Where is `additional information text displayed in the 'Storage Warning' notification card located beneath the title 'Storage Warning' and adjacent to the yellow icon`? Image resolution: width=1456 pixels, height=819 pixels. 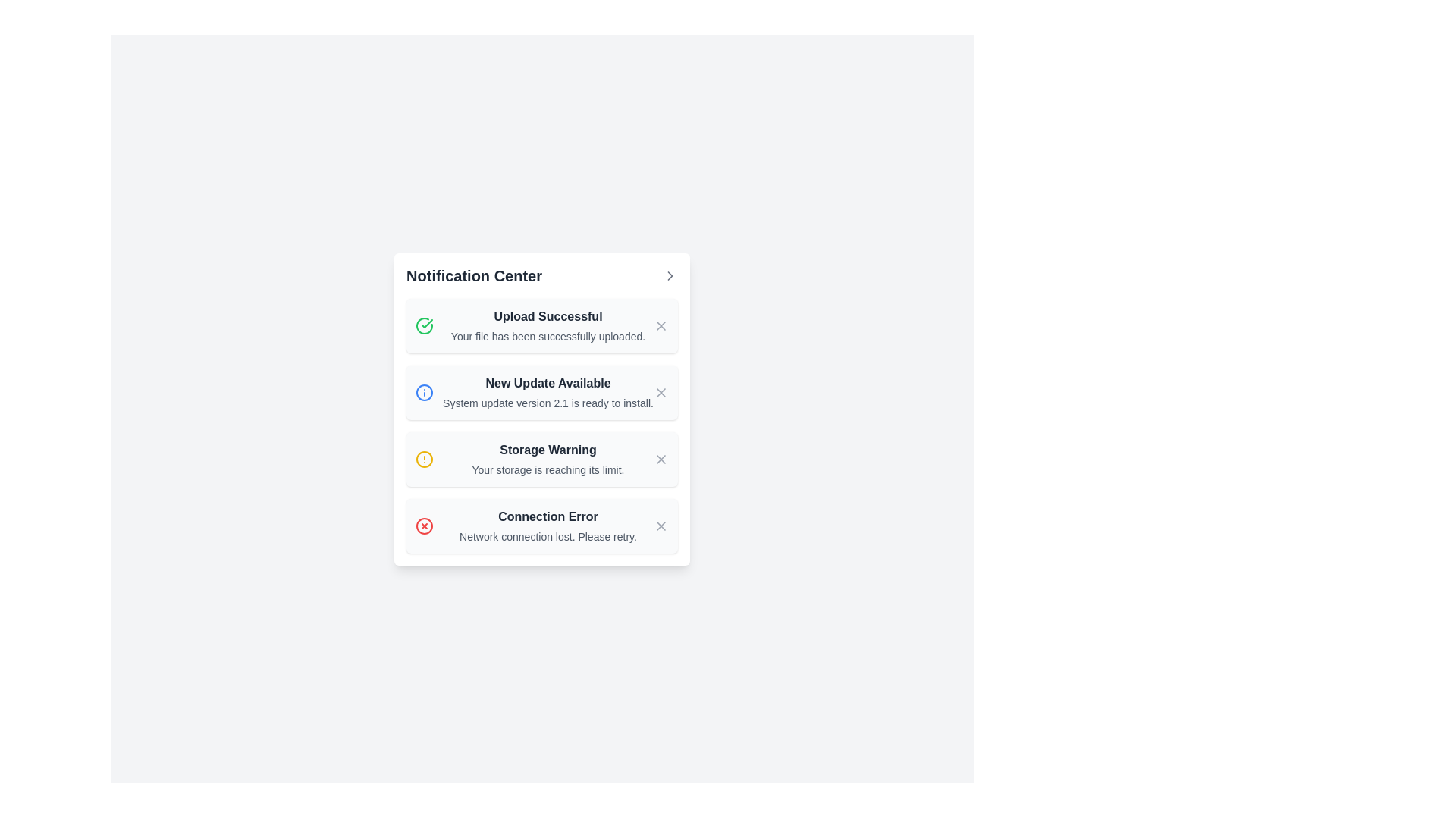
additional information text displayed in the 'Storage Warning' notification card located beneath the title 'Storage Warning' and adjacent to the yellow icon is located at coordinates (548, 469).